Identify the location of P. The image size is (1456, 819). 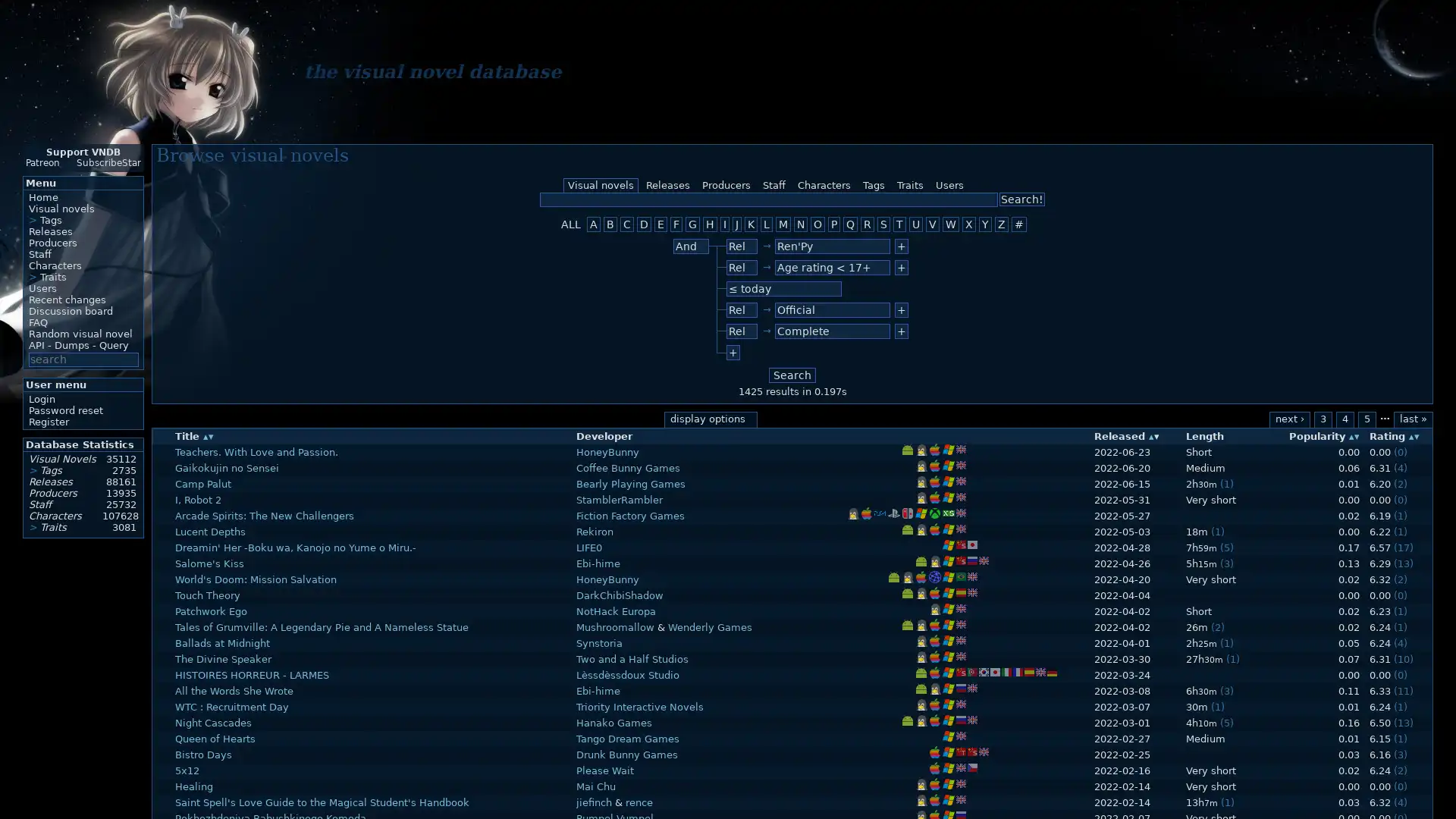
(833, 224).